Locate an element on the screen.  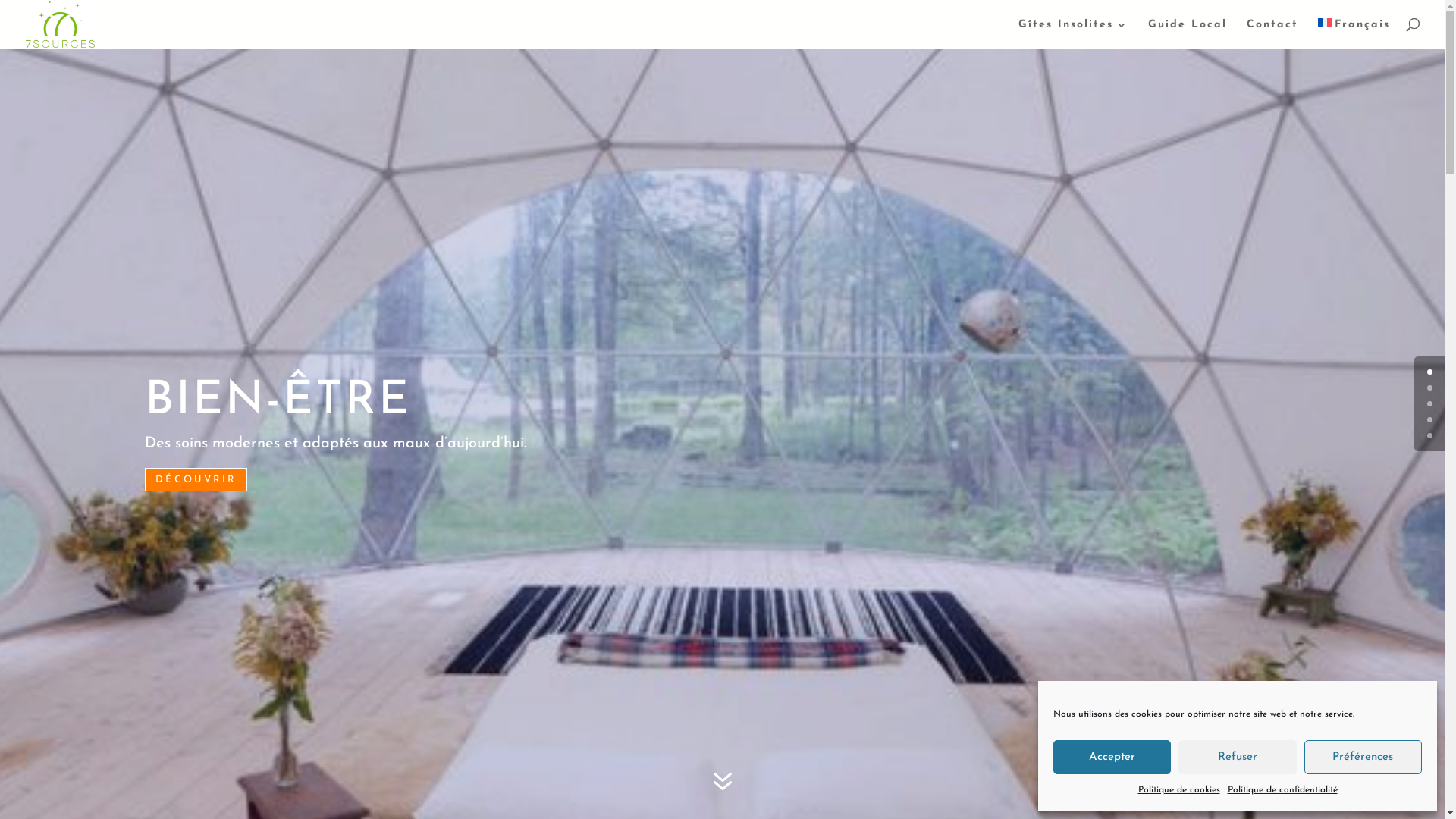
'Politique de cookies' is located at coordinates (1178, 789).